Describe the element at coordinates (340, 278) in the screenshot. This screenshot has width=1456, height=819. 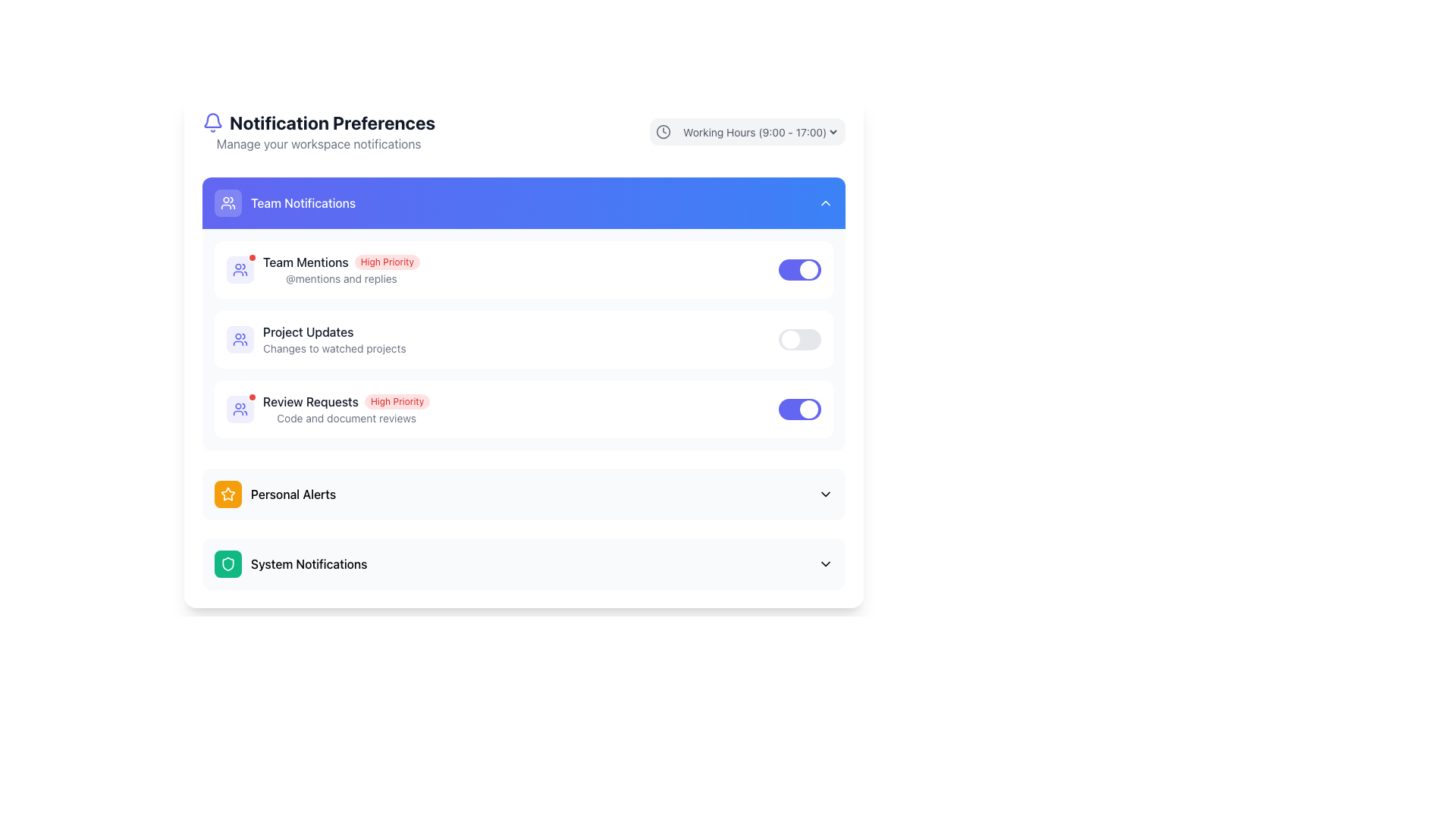
I see `the descriptive text label located below the 'Team Mentions High Priority' heading in the 'Team Notifications' section` at that location.